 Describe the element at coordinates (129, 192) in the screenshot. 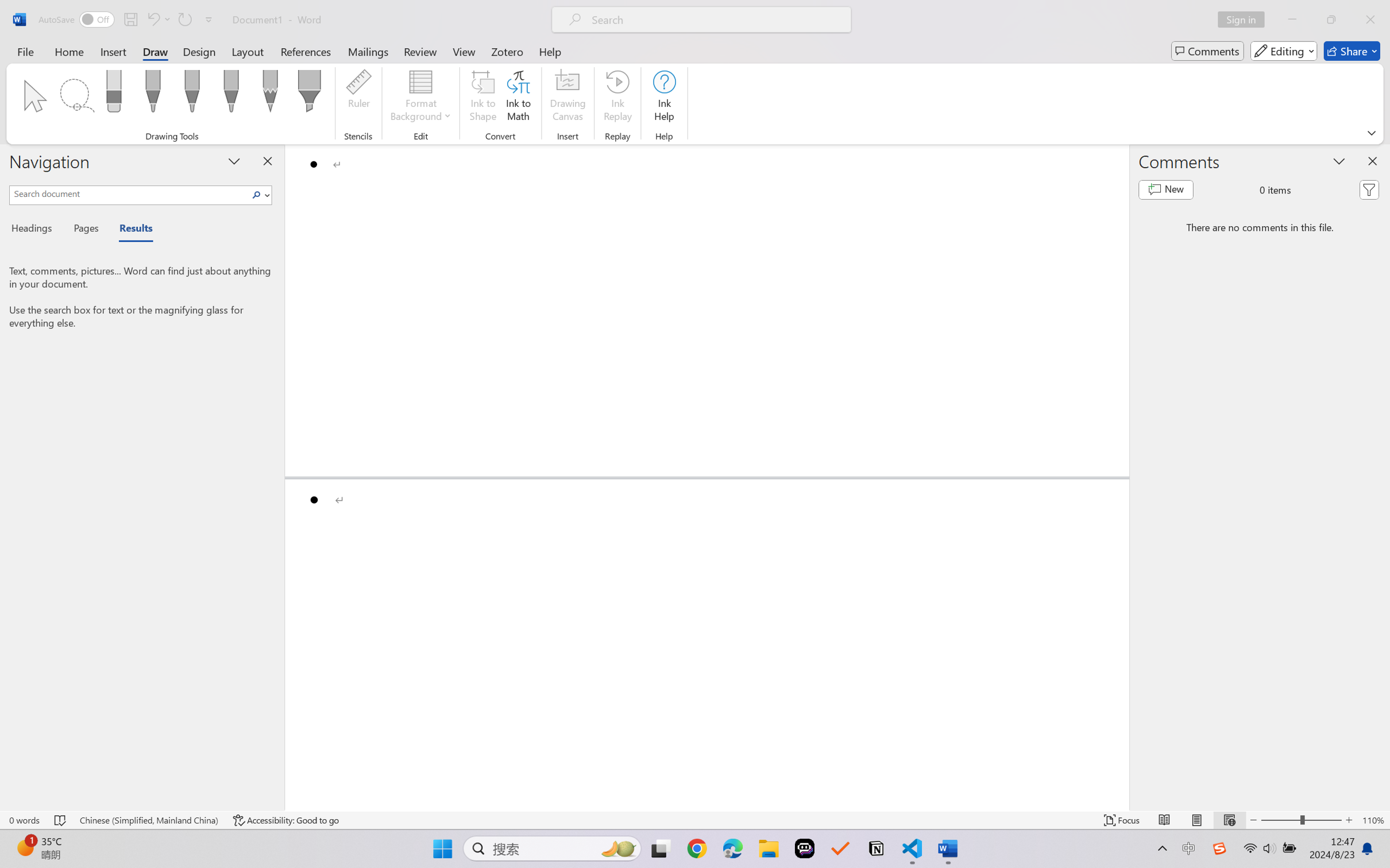

I see `'Search document'` at that location.